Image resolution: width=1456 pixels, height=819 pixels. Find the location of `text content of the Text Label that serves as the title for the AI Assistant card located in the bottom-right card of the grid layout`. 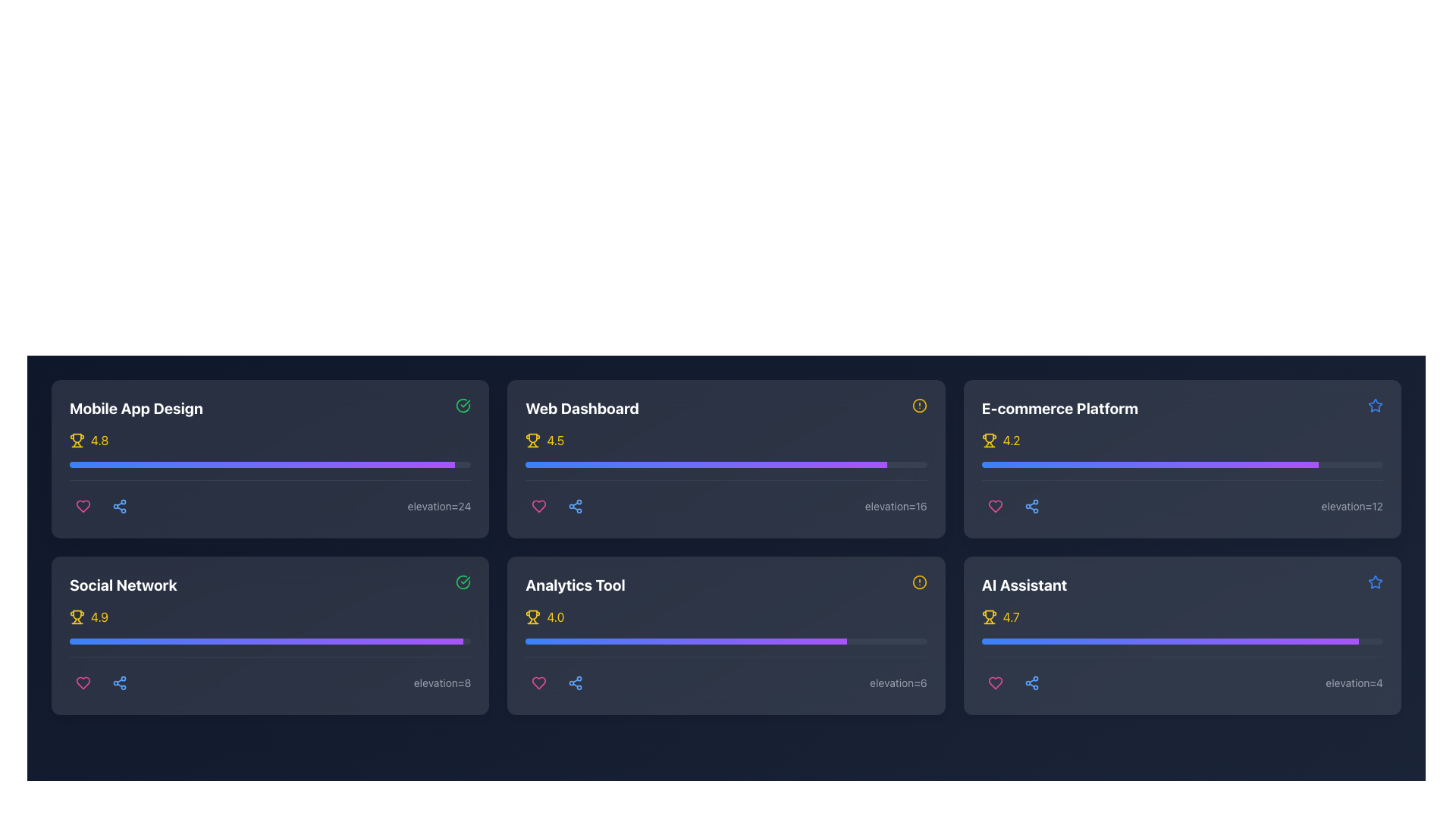

text content of the Text Label that serves as the title for the AI Assistant card located in the bottom-right card of the grid layout is located at coordinates (1025, 584).